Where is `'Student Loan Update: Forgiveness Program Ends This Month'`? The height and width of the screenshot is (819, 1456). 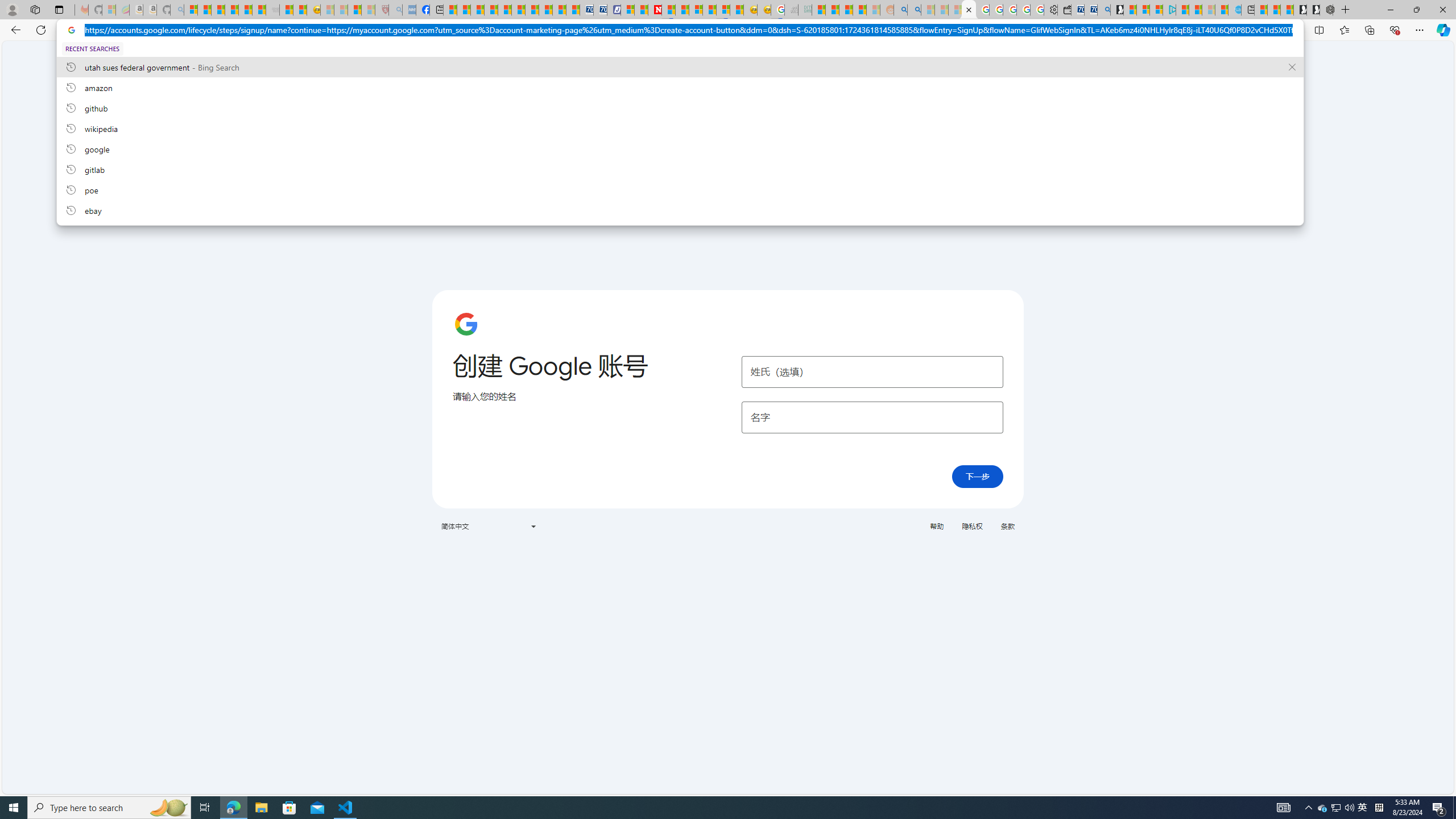 'Student Loan Update: Forgiveness Program Ends This Month' is located at coordinates (858, 9).